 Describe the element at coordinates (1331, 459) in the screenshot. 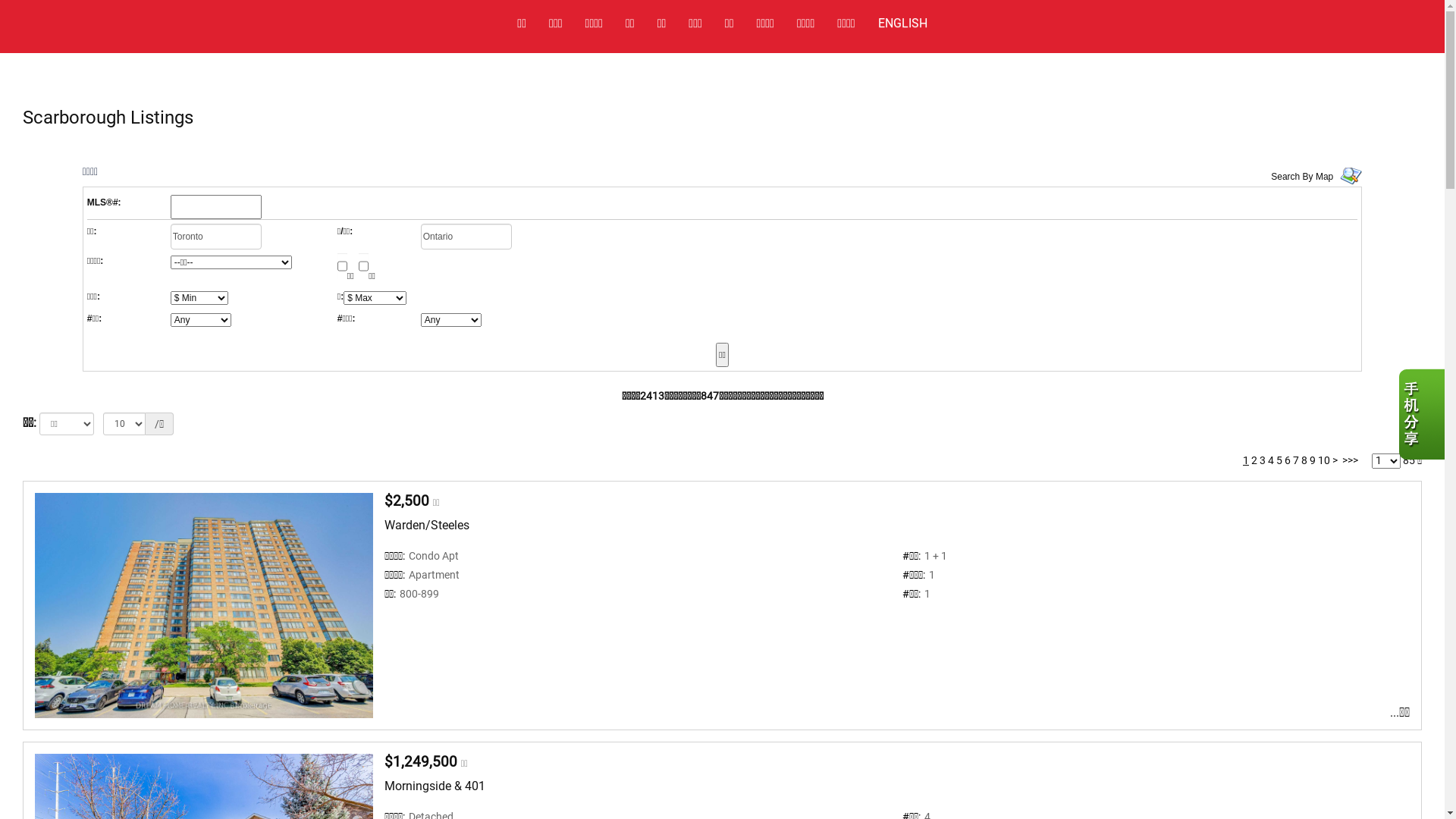

I see `'>'` at that location.